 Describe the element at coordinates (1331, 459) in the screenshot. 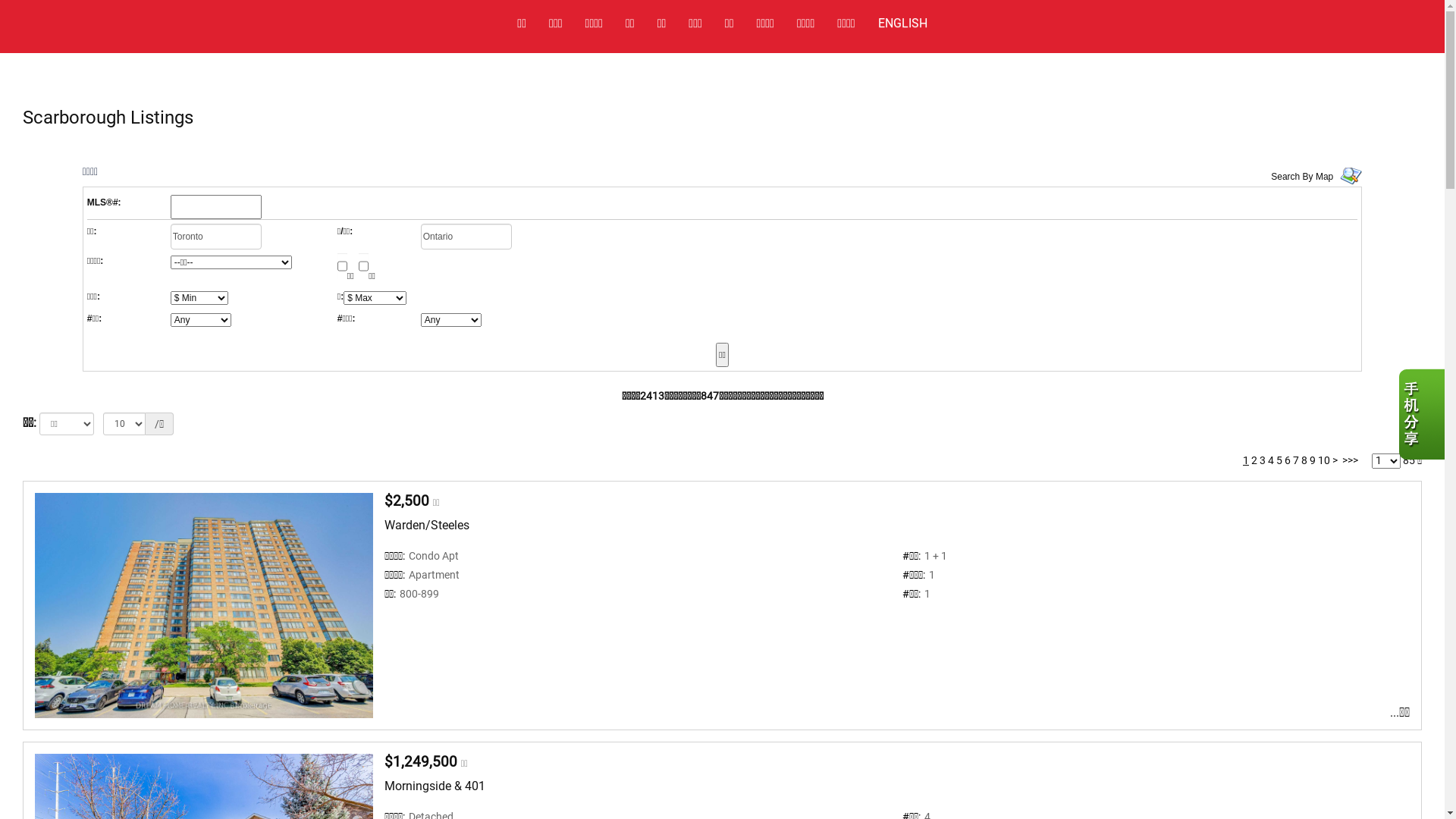

I see `'>'` at that location.